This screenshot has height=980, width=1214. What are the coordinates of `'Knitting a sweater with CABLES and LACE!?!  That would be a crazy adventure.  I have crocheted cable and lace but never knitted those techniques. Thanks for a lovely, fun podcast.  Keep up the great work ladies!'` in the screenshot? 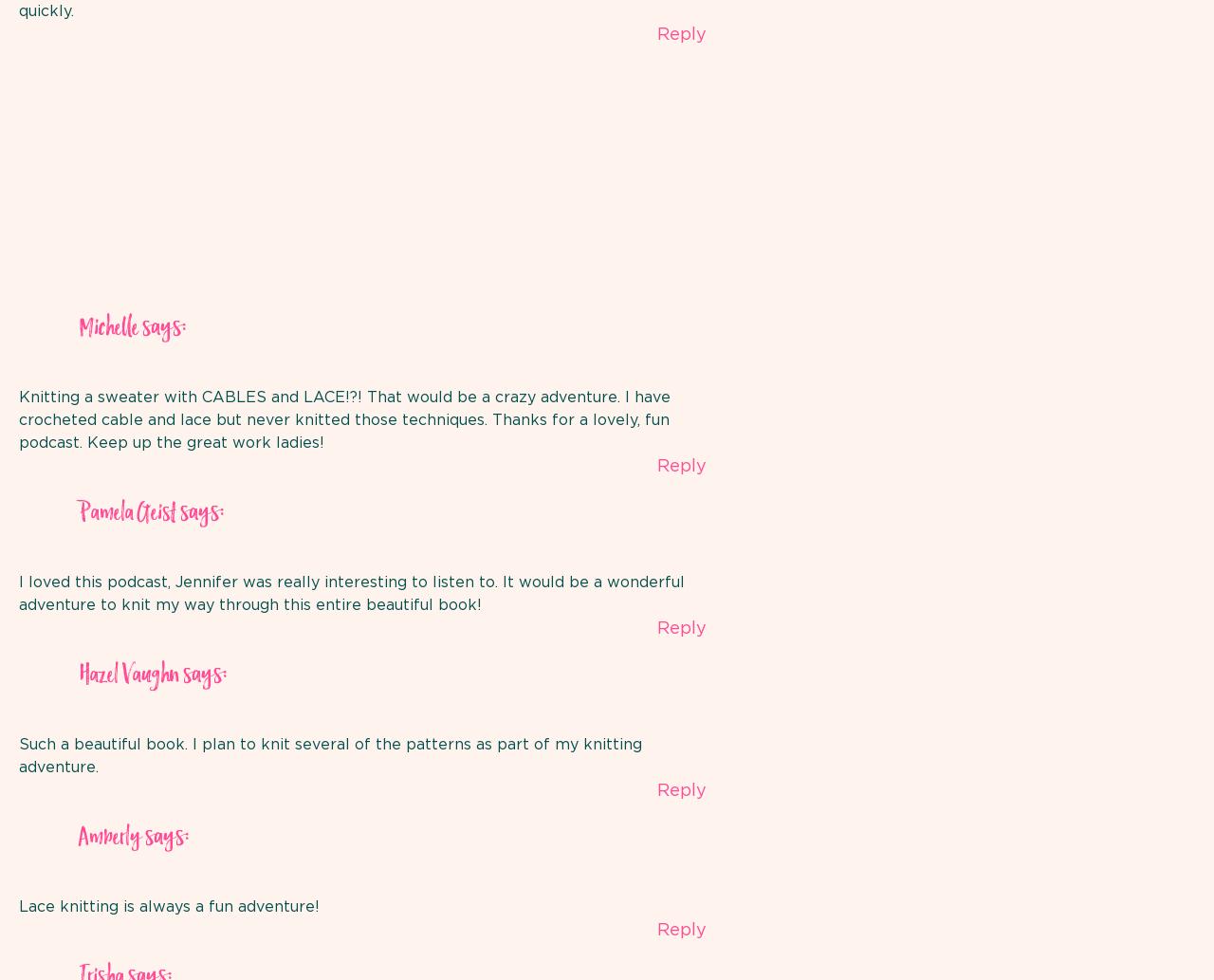 It's located at (18, 419).